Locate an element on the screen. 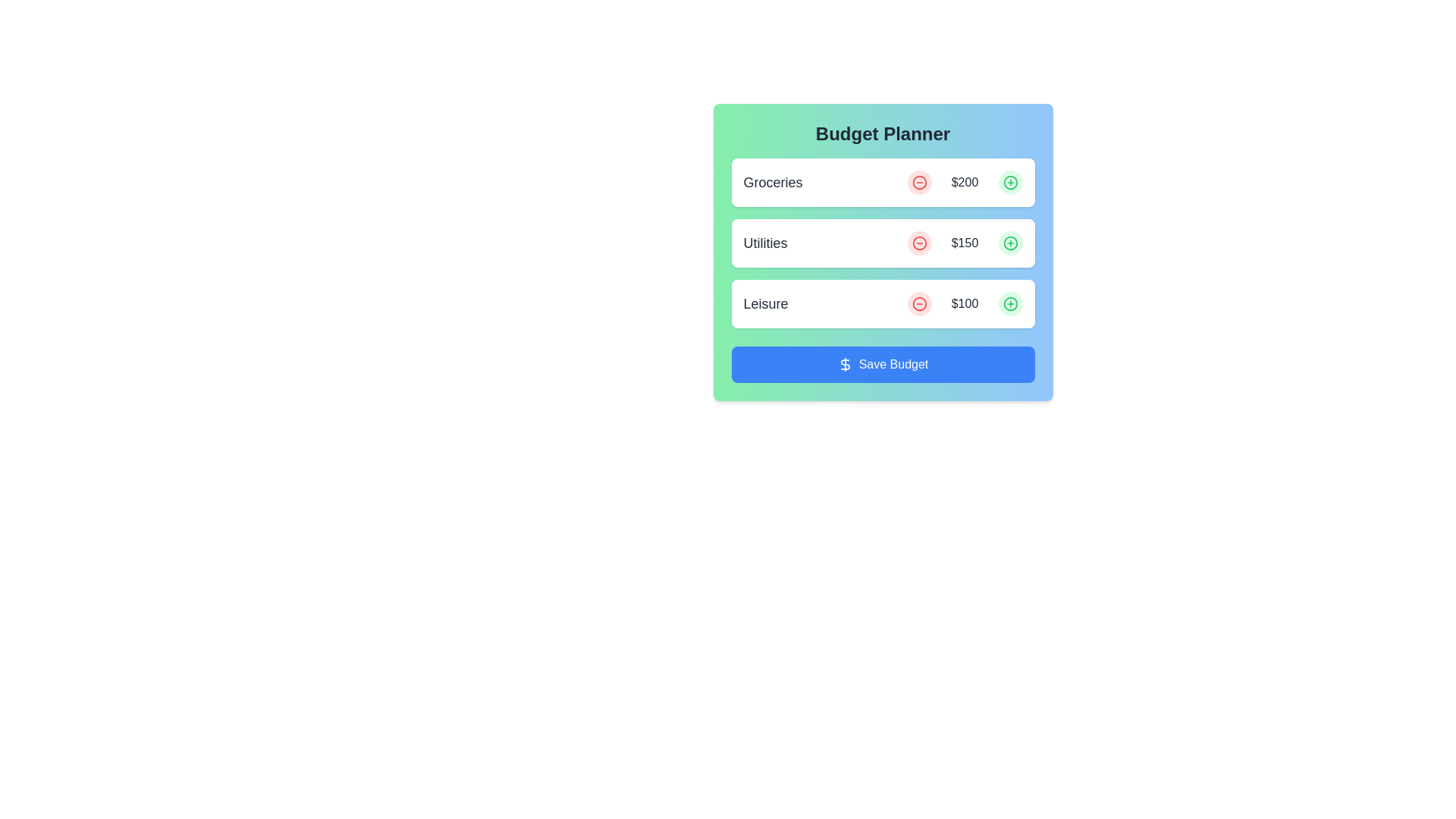  the plus button in the 'Leisure' budget category to increase its allocated amount is located at coordinates (883, 304).